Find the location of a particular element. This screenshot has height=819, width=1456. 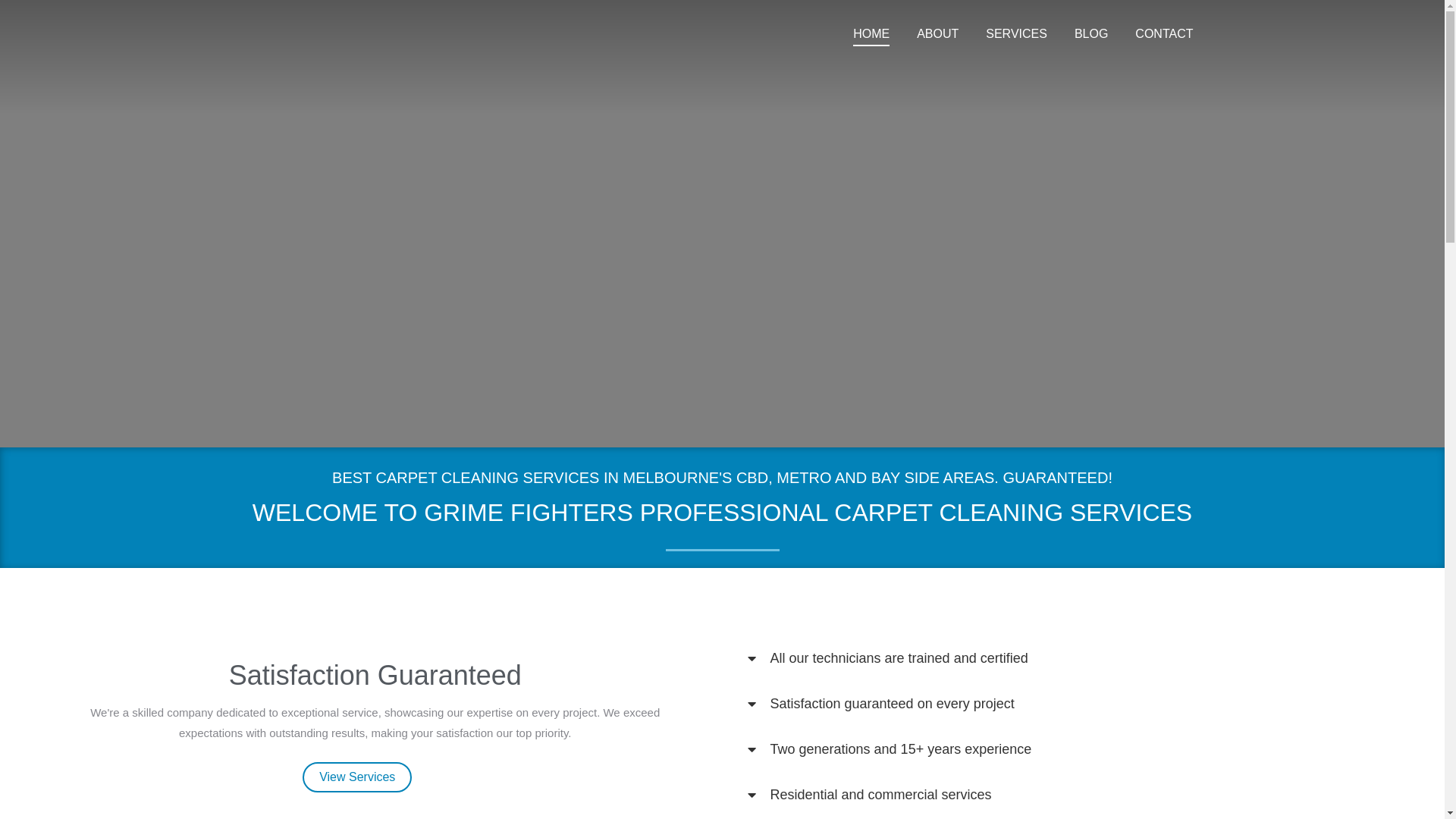

'BLOG' is located at coordinates (1070, 34).